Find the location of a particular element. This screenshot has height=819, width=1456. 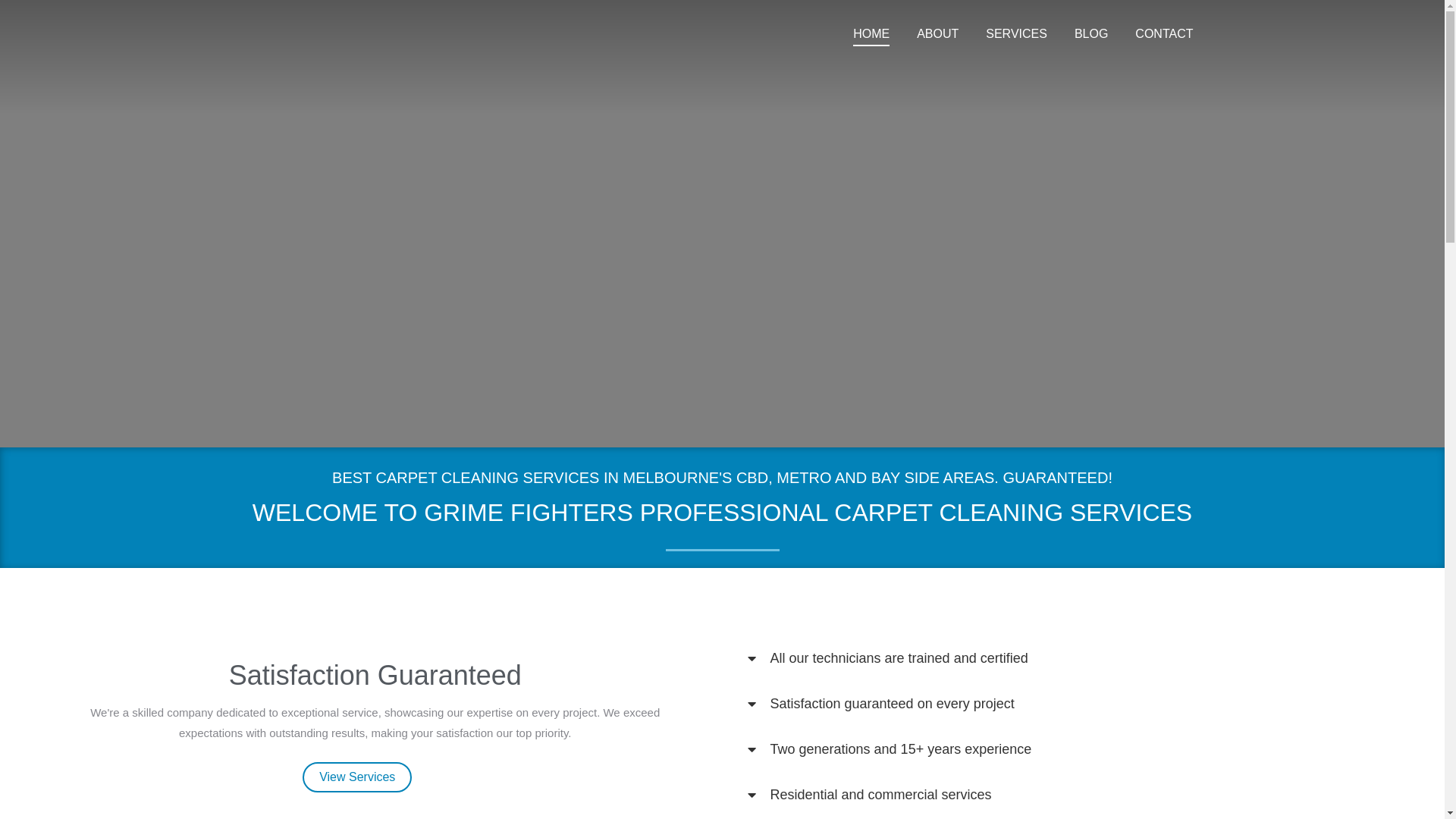

'BLOG' is located at coordinates (1070, 34).